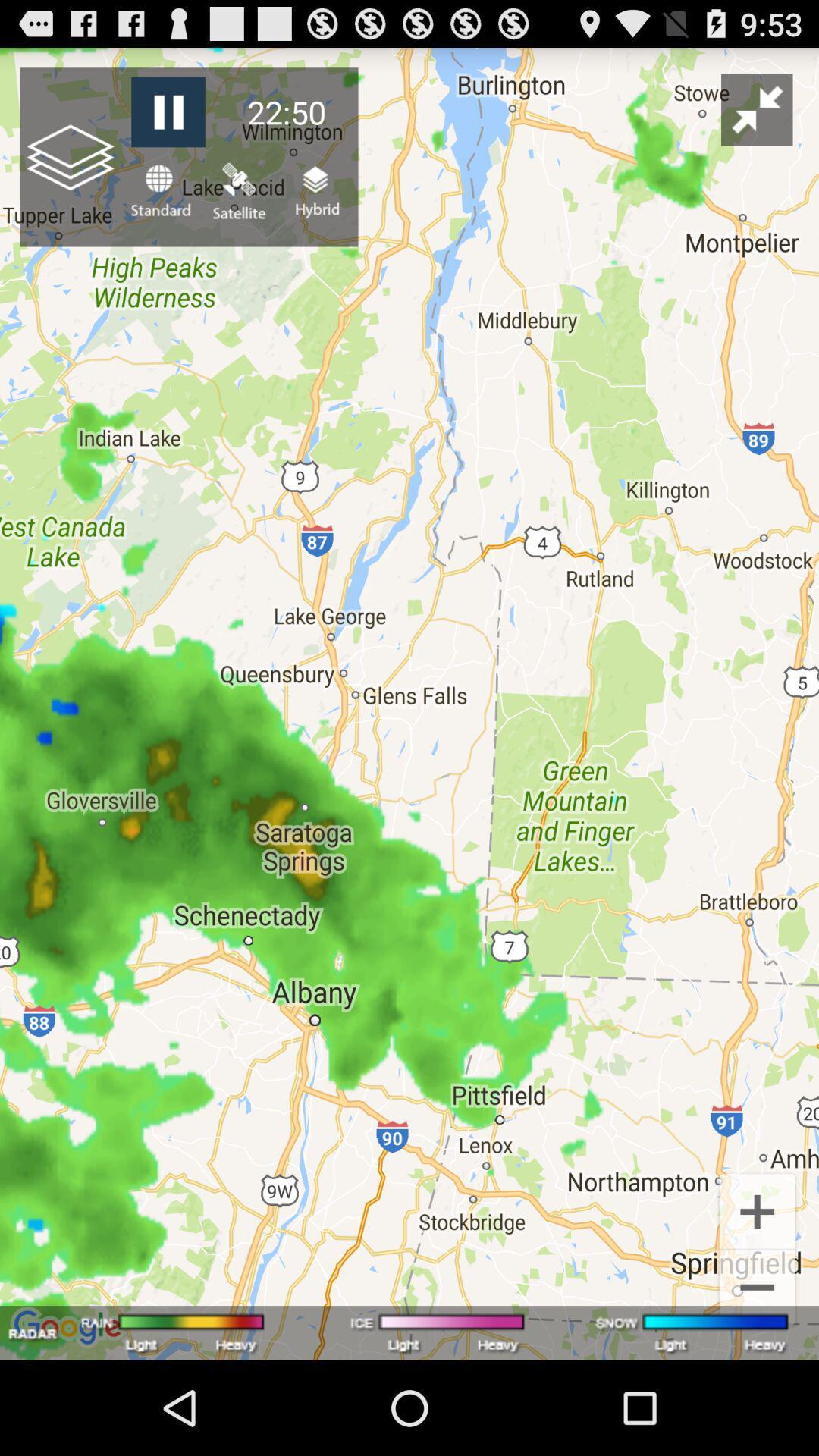 The width and height of the screenshot is (819, 1456). Describe the element at coordinates (315, 190) in the screenshot. I see `item below the 22:50 item` at that location.